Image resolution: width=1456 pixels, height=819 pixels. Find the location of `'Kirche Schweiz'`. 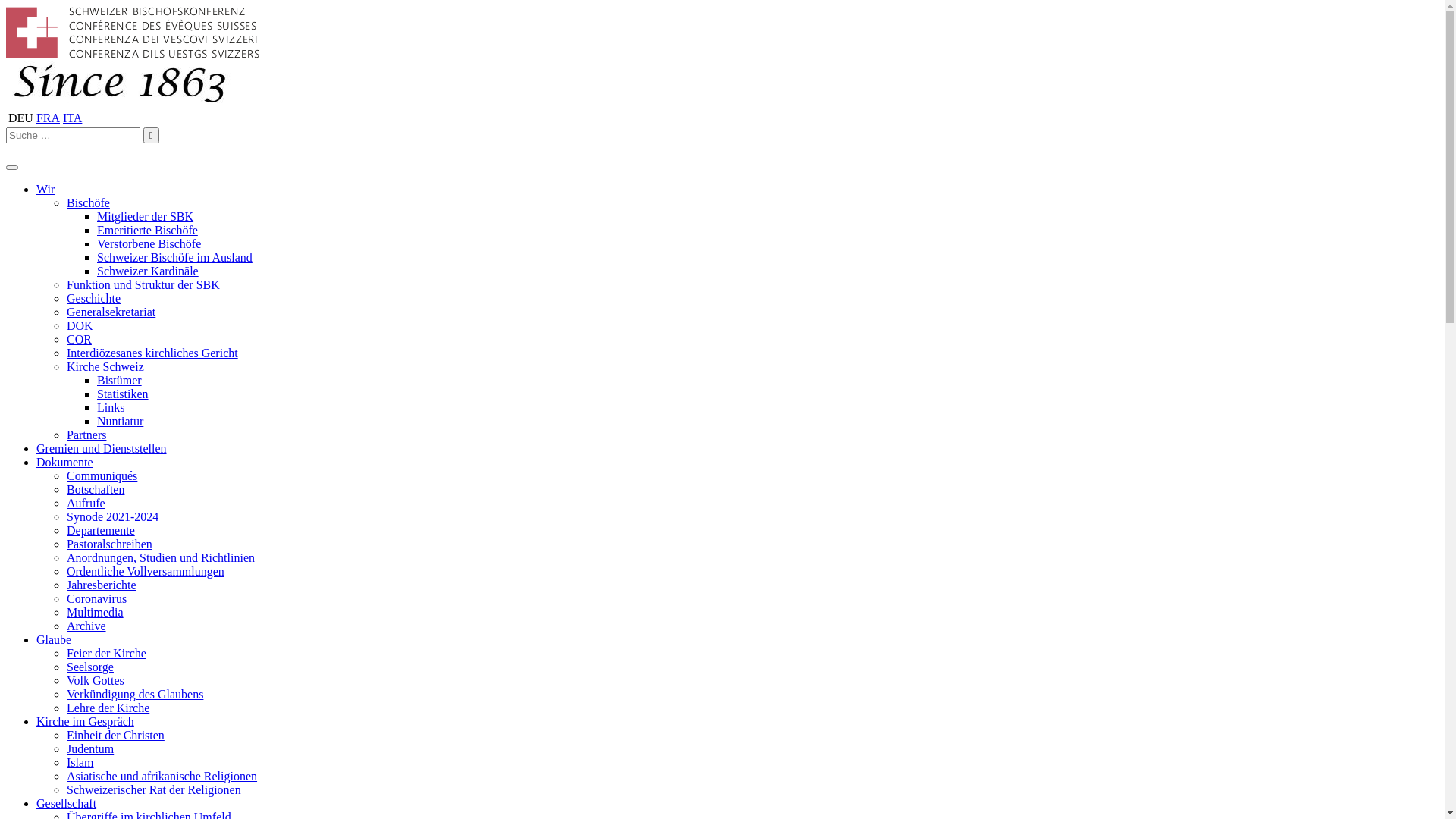

'Kirche Schweiz' is located at coordinates (105, 366).